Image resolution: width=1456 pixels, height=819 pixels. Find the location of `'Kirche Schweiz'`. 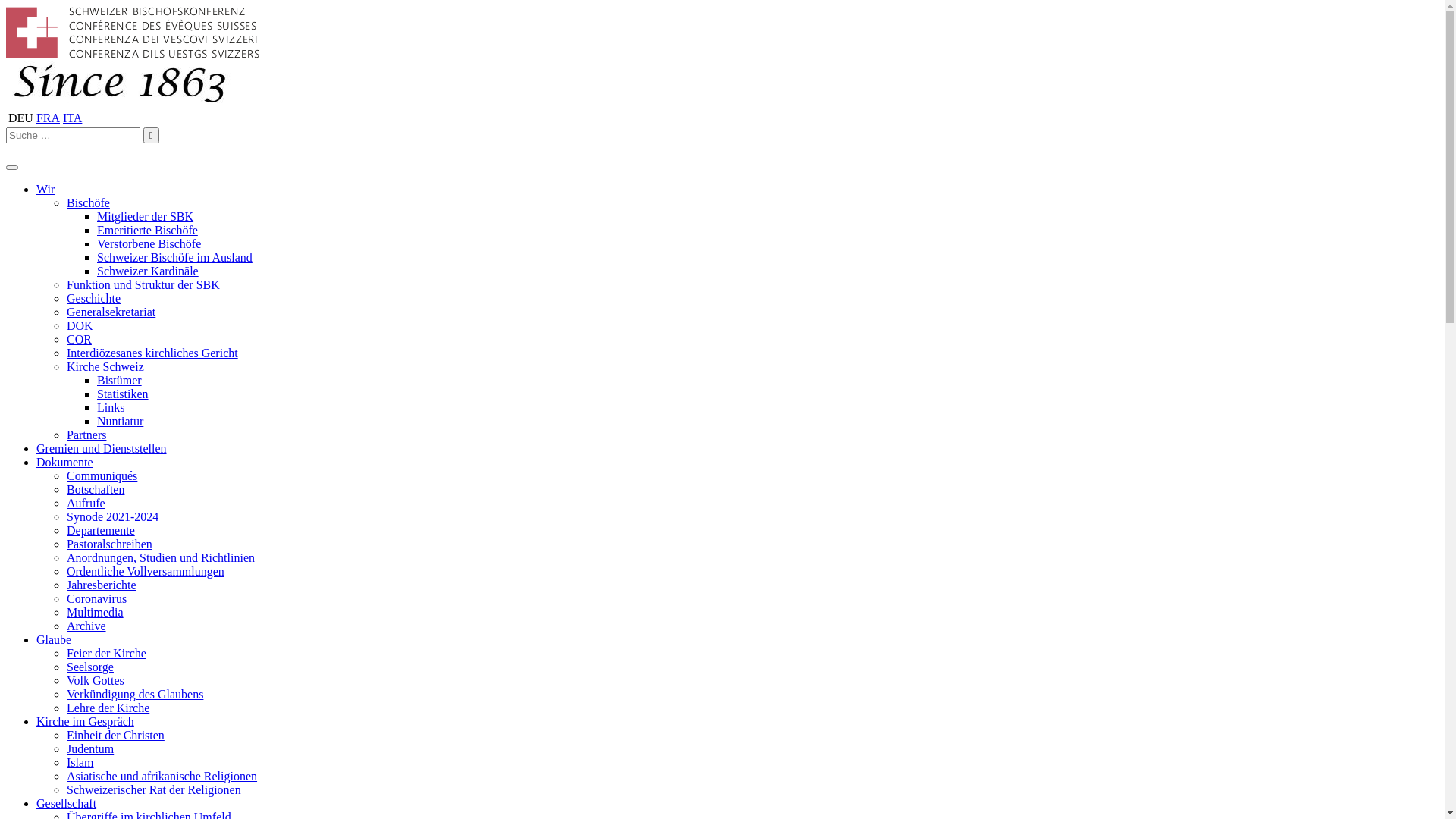

'Kirche Schweiz' is located at coordinates (105, 366).